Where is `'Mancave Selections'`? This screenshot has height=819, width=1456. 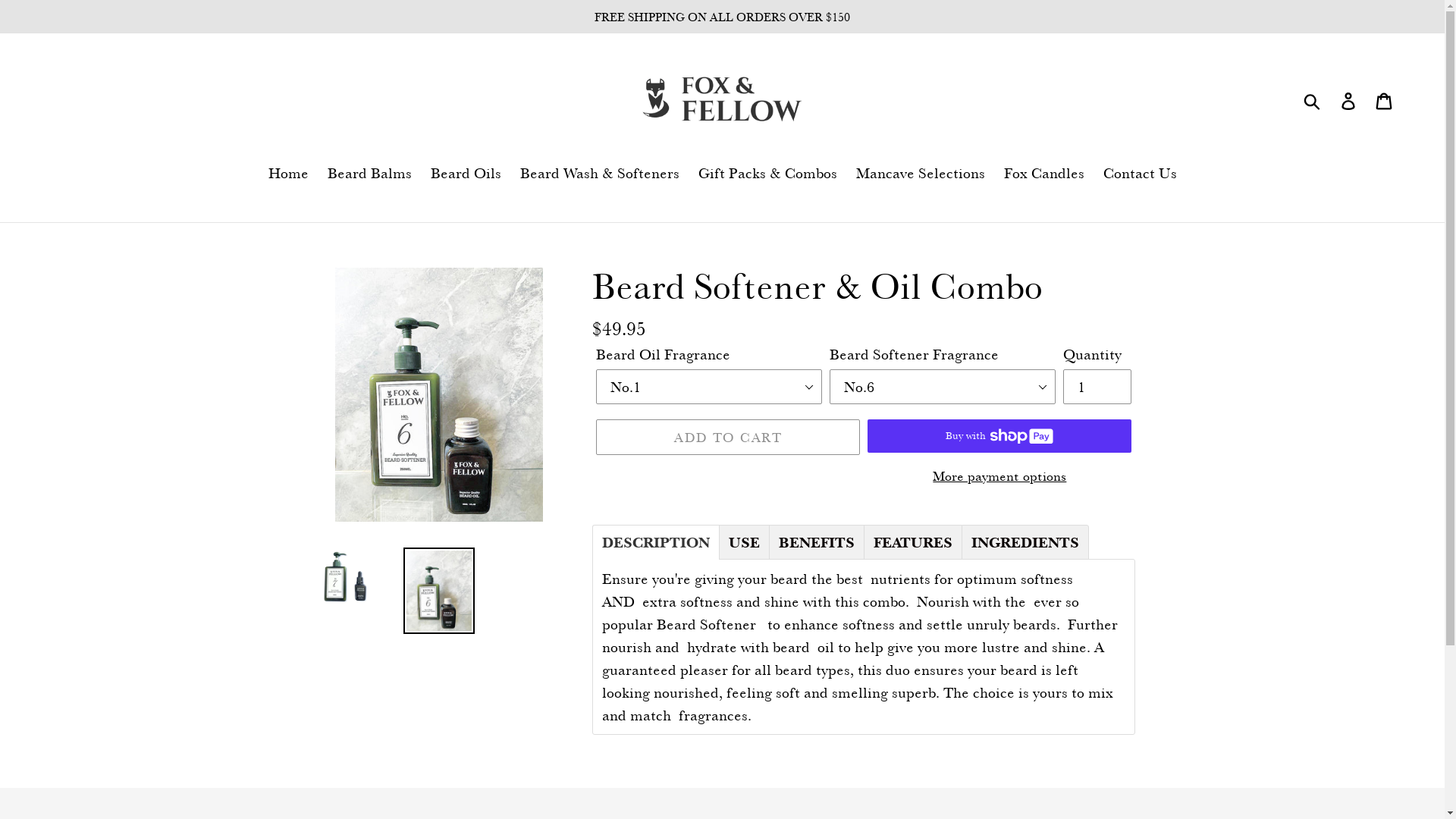 'Mancave Selections' is located at coordinates (919, 173).